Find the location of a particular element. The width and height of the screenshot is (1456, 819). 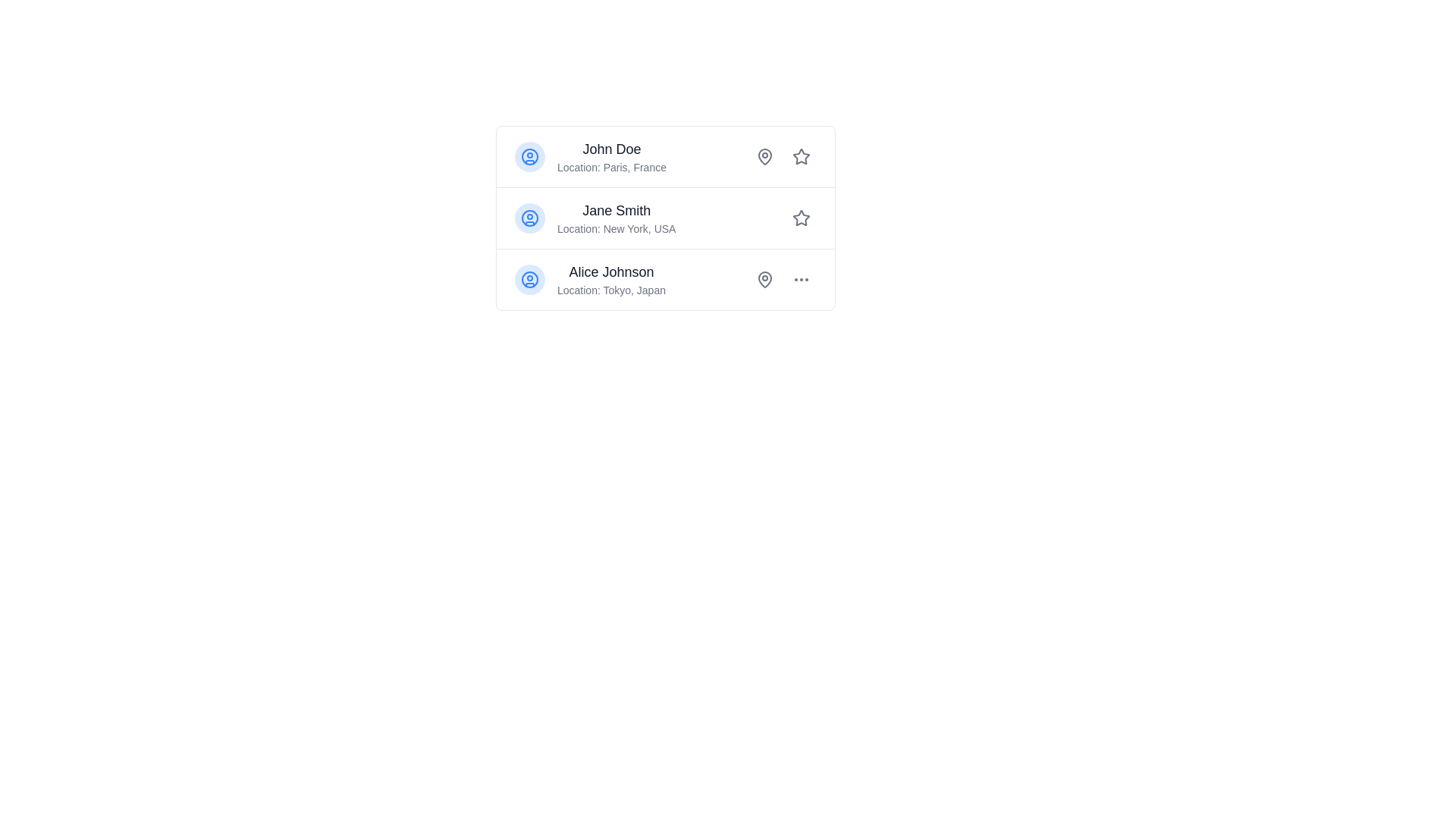

the user profile SVG icon representing 'Alice Johnson' located in the leftmost column of the third row for profile-related interactions is located at coordinates (530, 280).